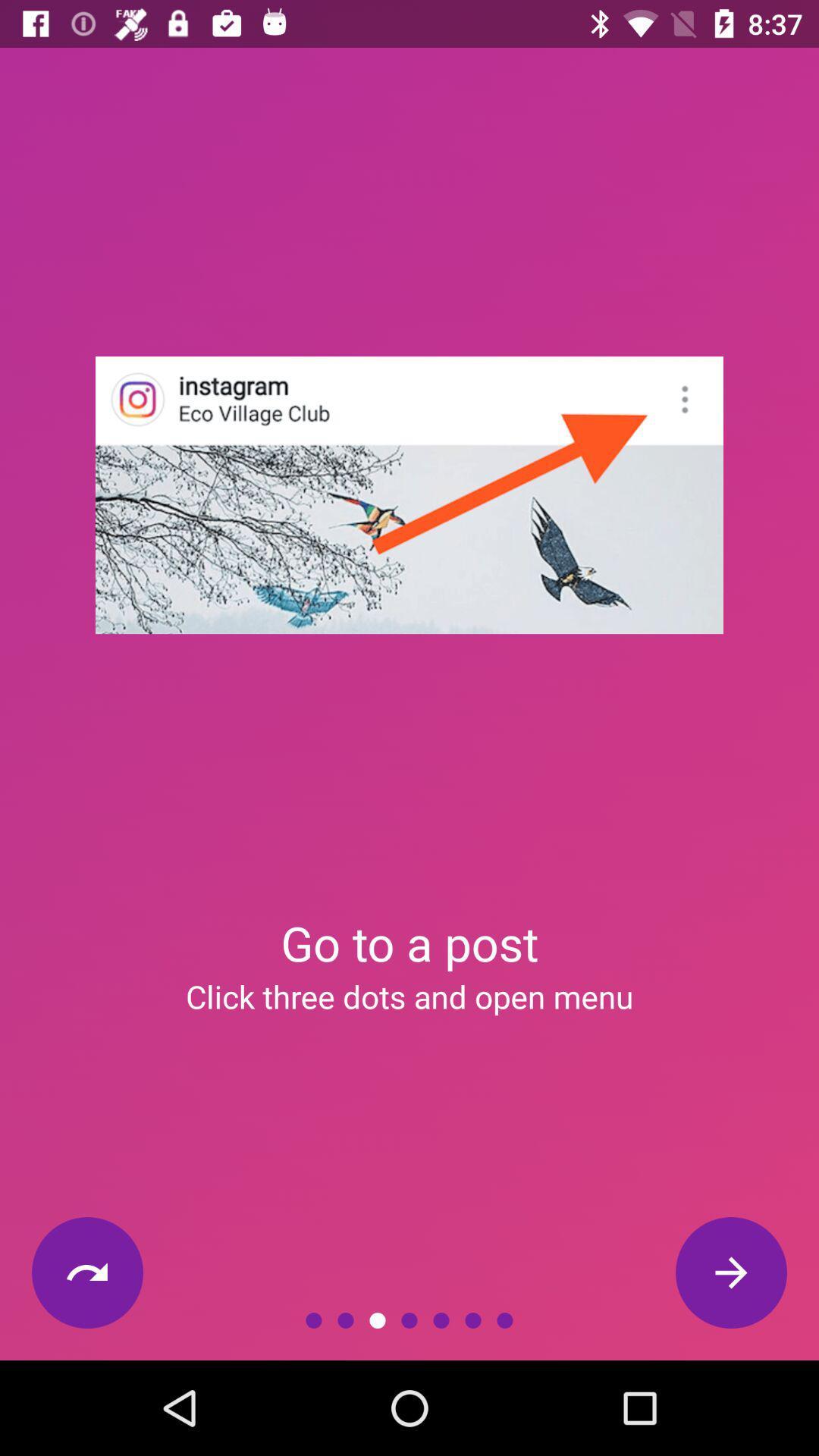 The height and width of the screenshot is (1456, 819). Describe the element at coordinates (87, 1272) in the screenshot. I see `the item at the bottom left corner` at that location.